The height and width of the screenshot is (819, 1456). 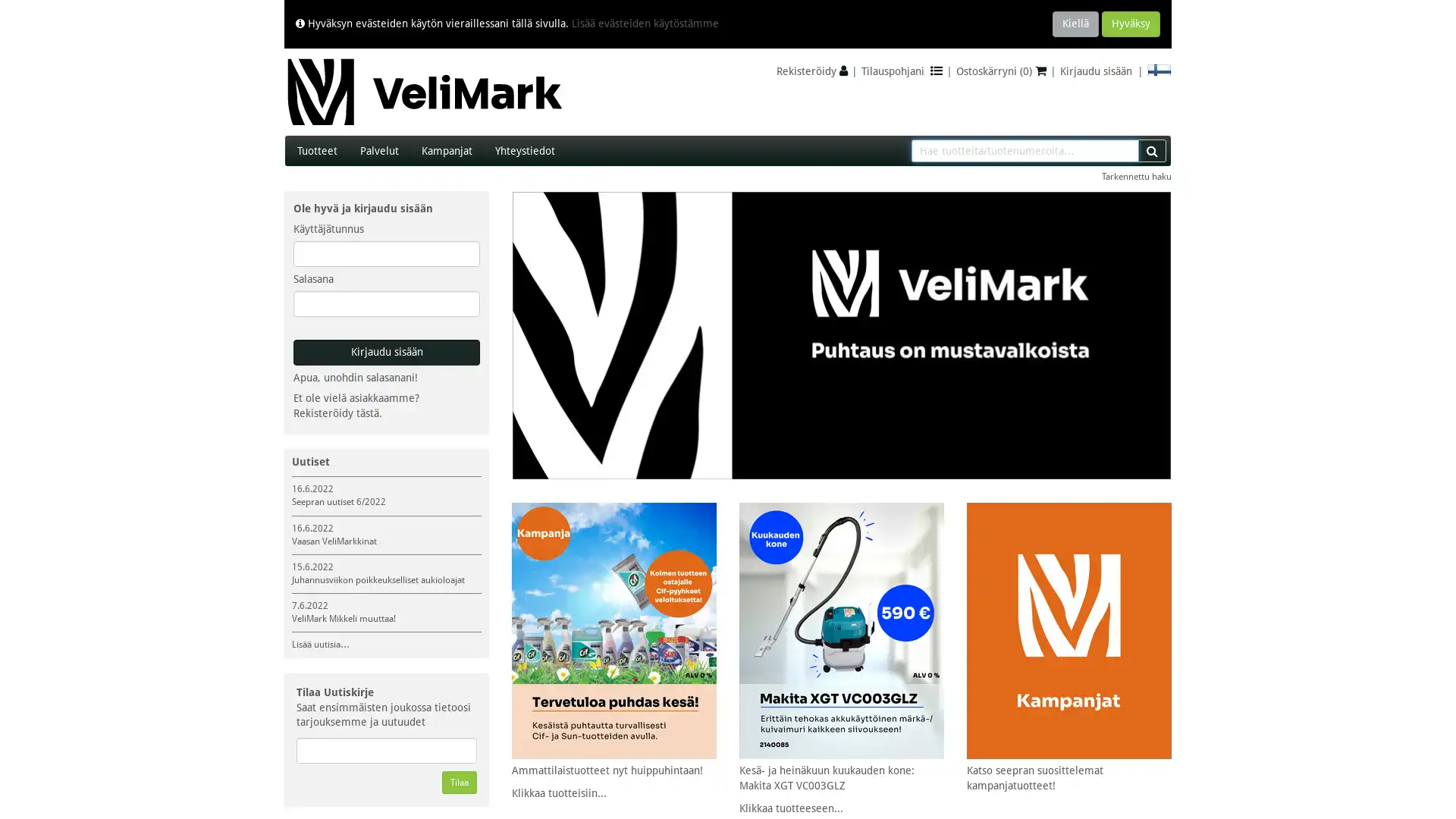 What do you see at coordinates (458, 783) in the screenshot?
I see `Tilaa` at bounding box center [458, 783].